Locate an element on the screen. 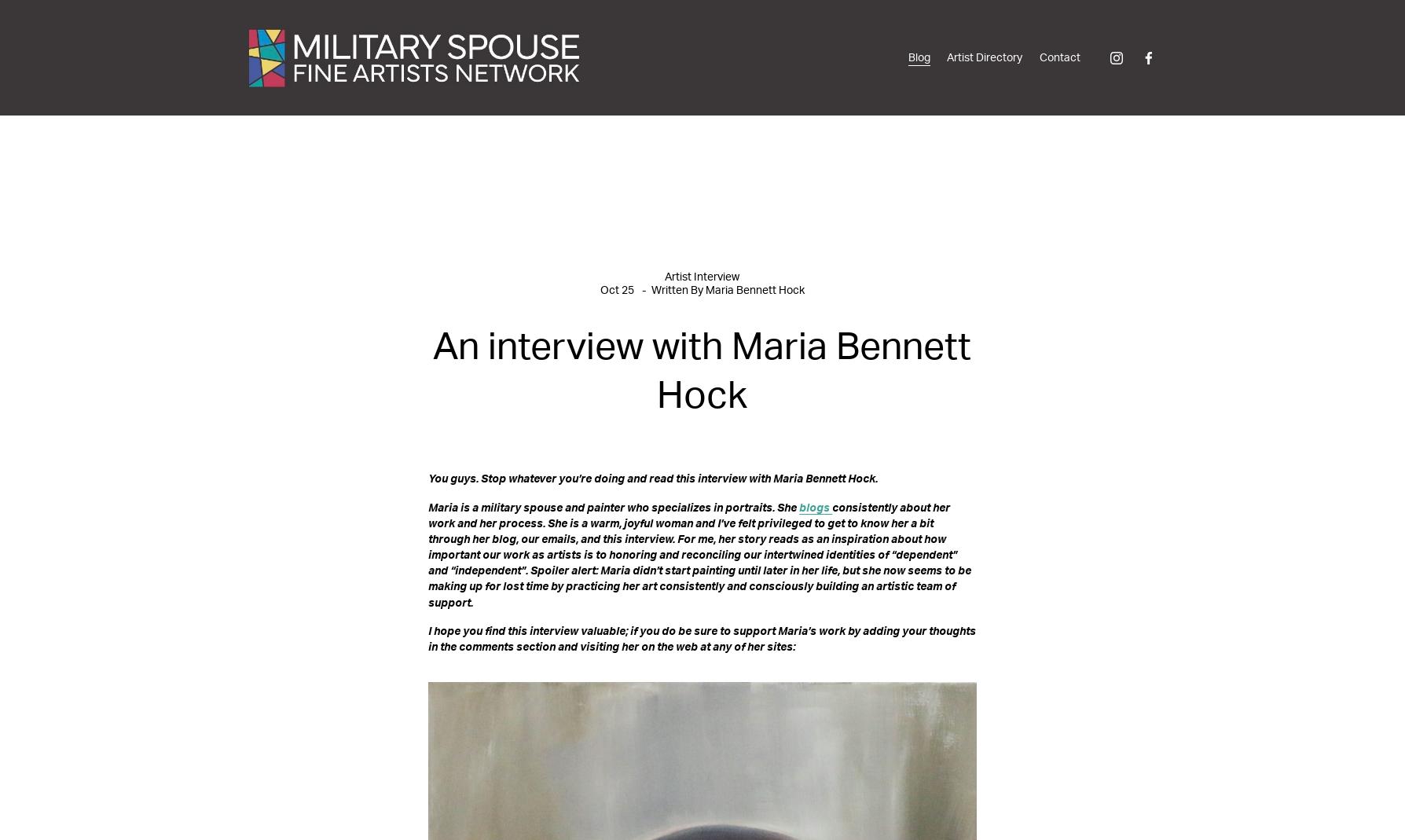 This screenshot has height=840, width=1405. 'Written By' is located at coordinates (677, 290).